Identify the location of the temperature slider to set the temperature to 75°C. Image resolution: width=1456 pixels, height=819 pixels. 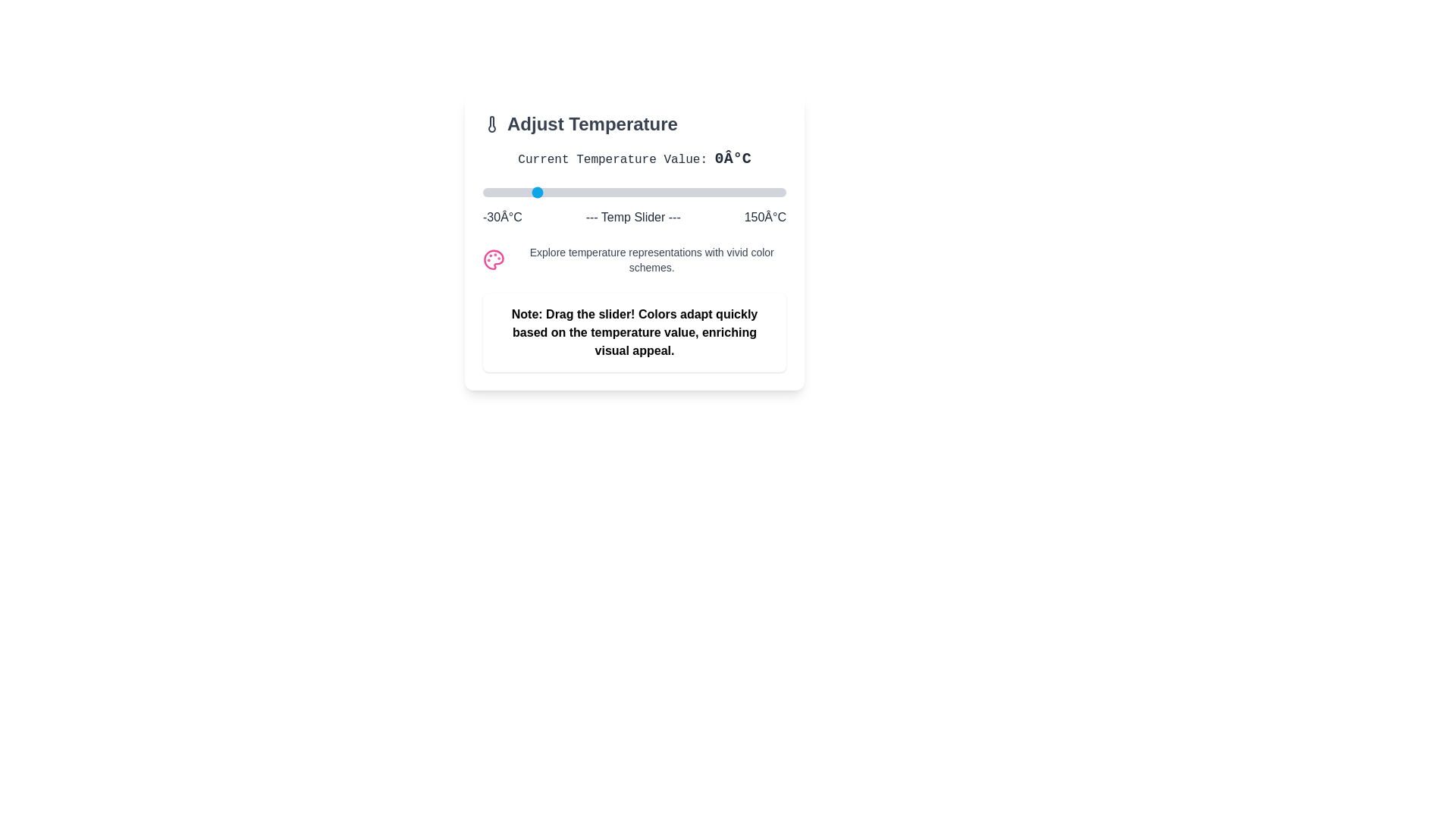
(660, 192).